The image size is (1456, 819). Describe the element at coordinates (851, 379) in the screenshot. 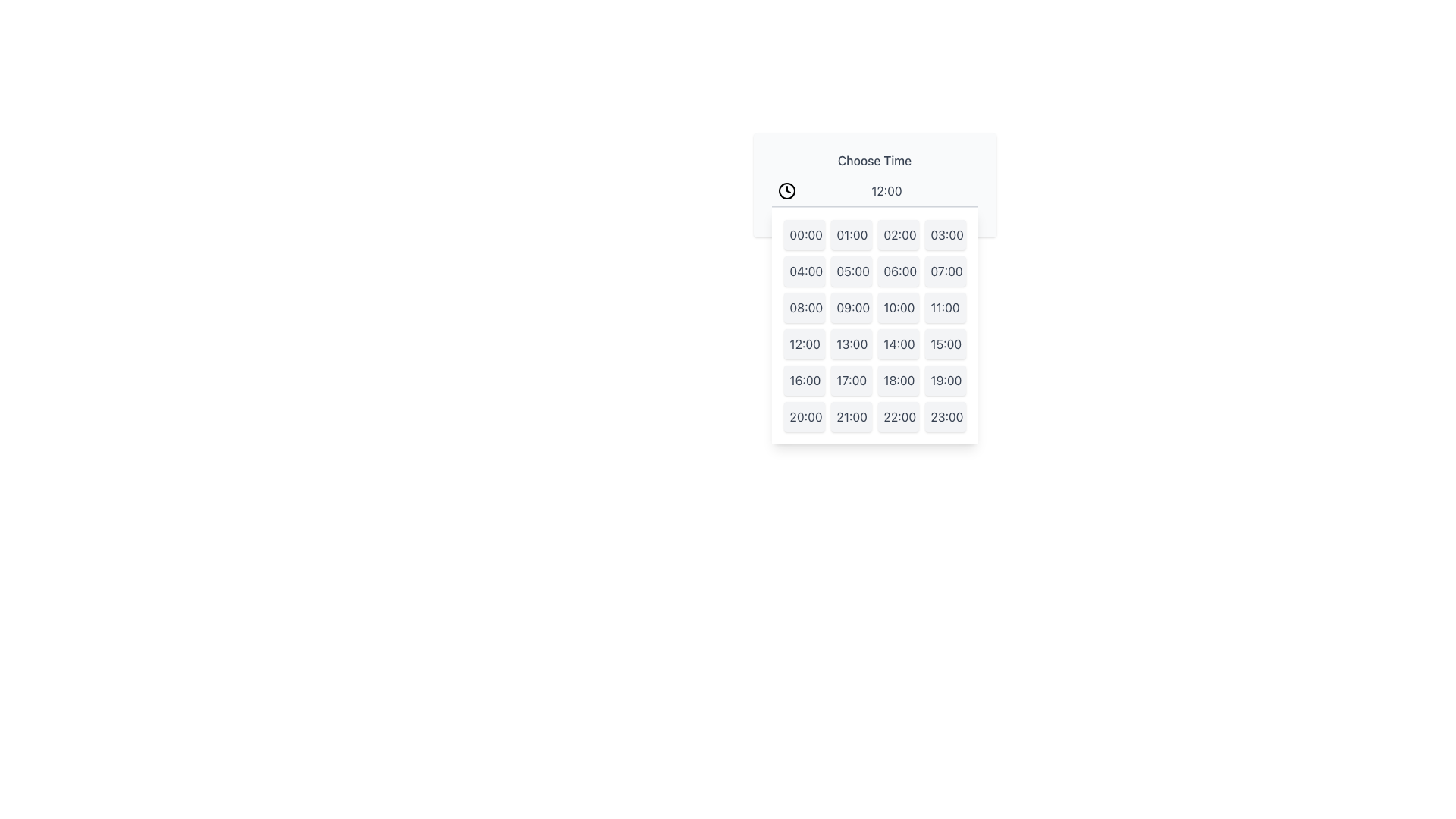

I see `the rectangular button labeled '17:00' with a light gray background` at that location.